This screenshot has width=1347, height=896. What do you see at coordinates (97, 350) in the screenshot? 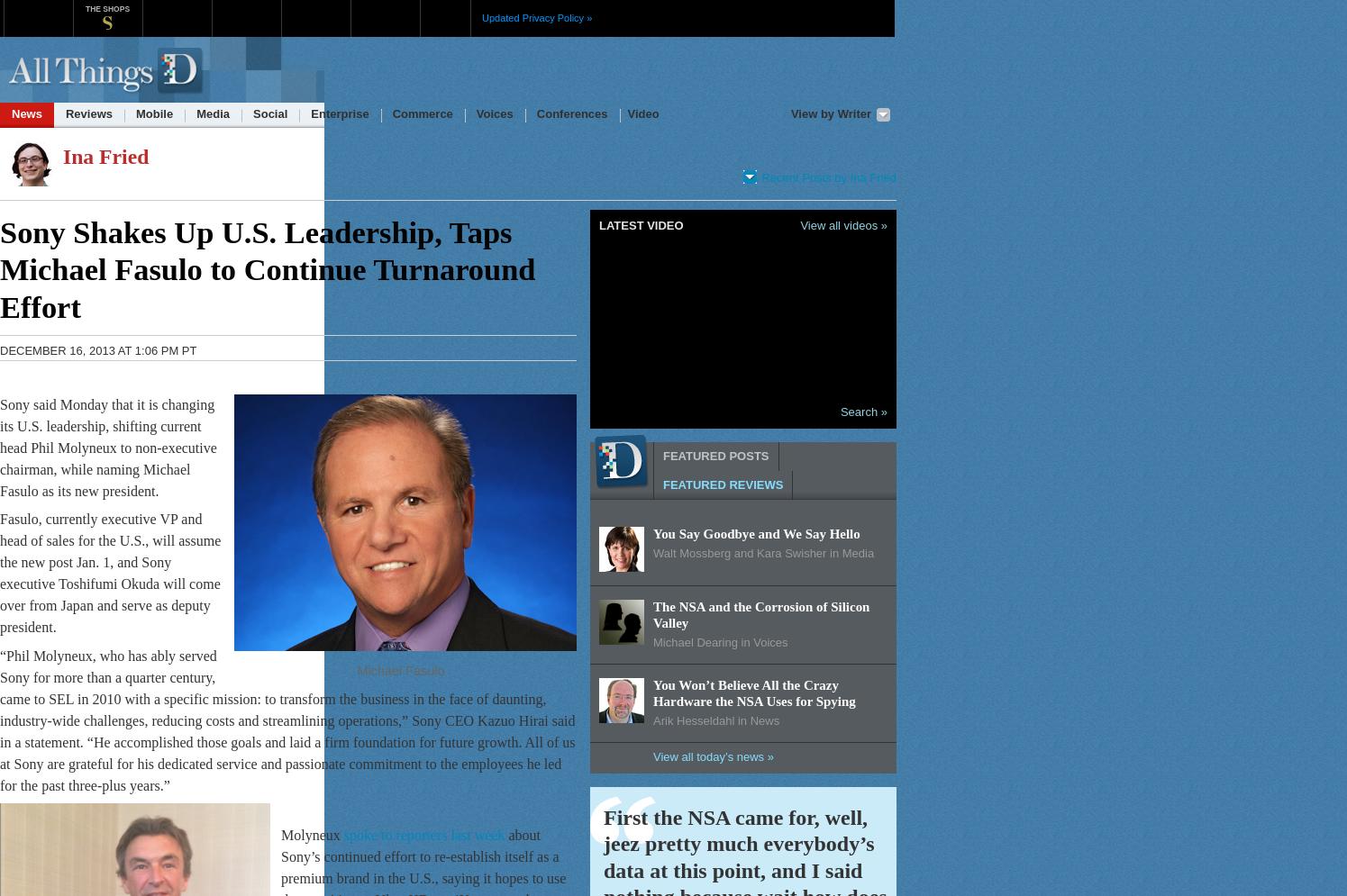
I see `'December 16, 2013 at 1:06 pm PT'` at bounding box center [97, 350].